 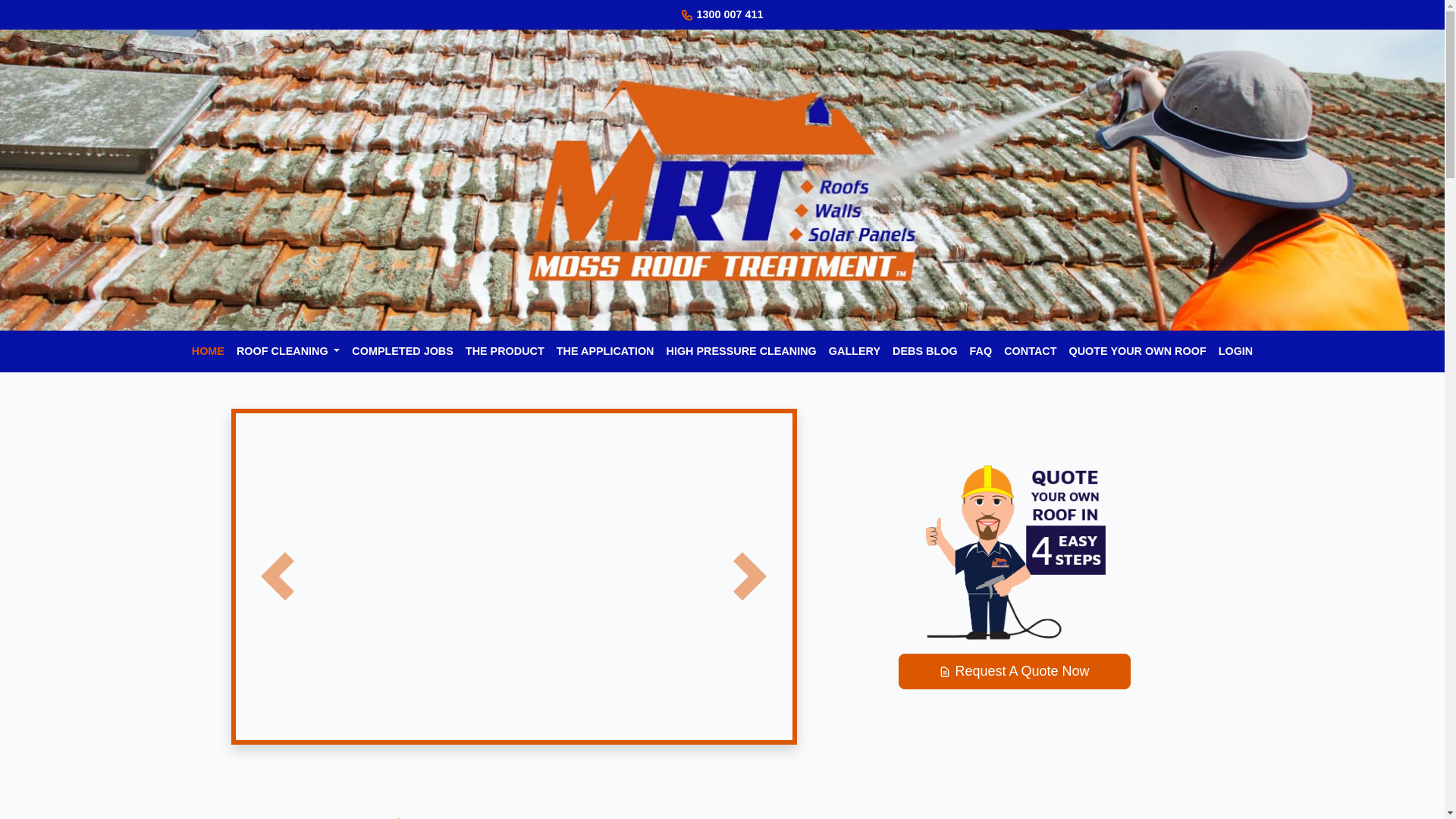 What do you see at coordinates (1014, 670) in the screenshot?
I see `'Request A Quote Now'` at bounding box center [1014, 670].